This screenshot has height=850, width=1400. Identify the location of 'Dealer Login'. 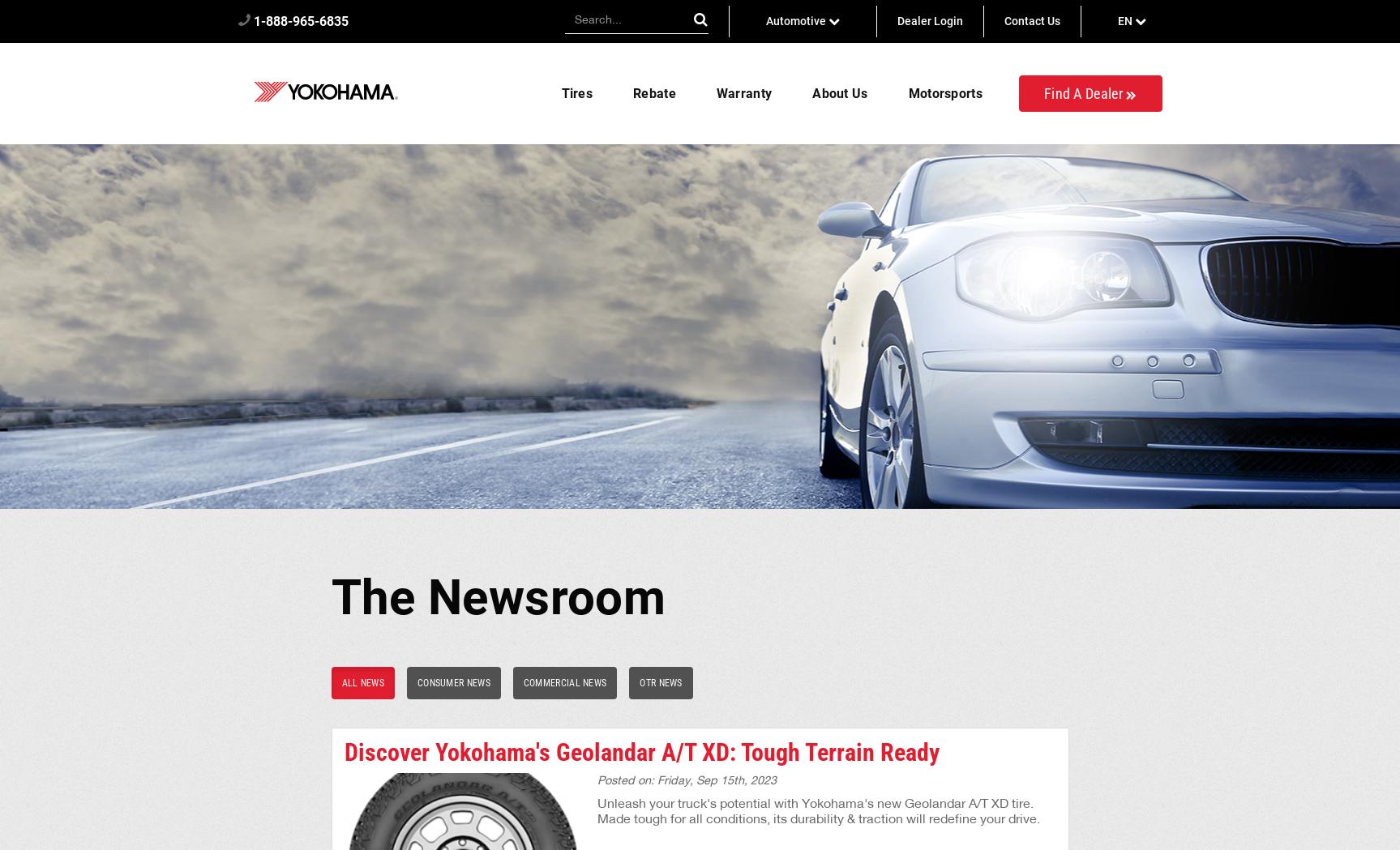
(928, 20).